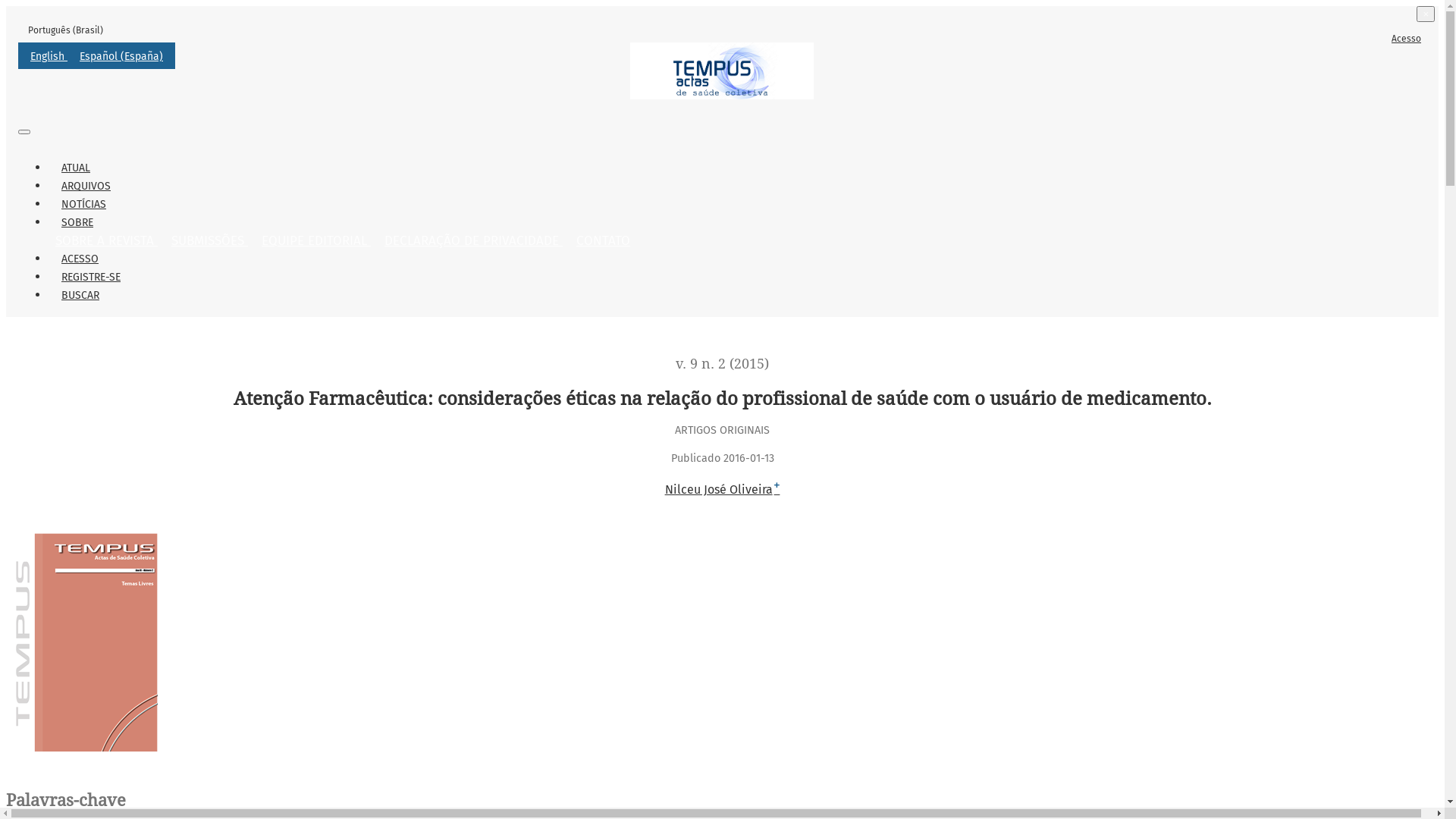  What do you see at coordinates (48, 240) in the screenshot?
I see `'SOBRE A REVISTA'` at bounding box center [48, 240].